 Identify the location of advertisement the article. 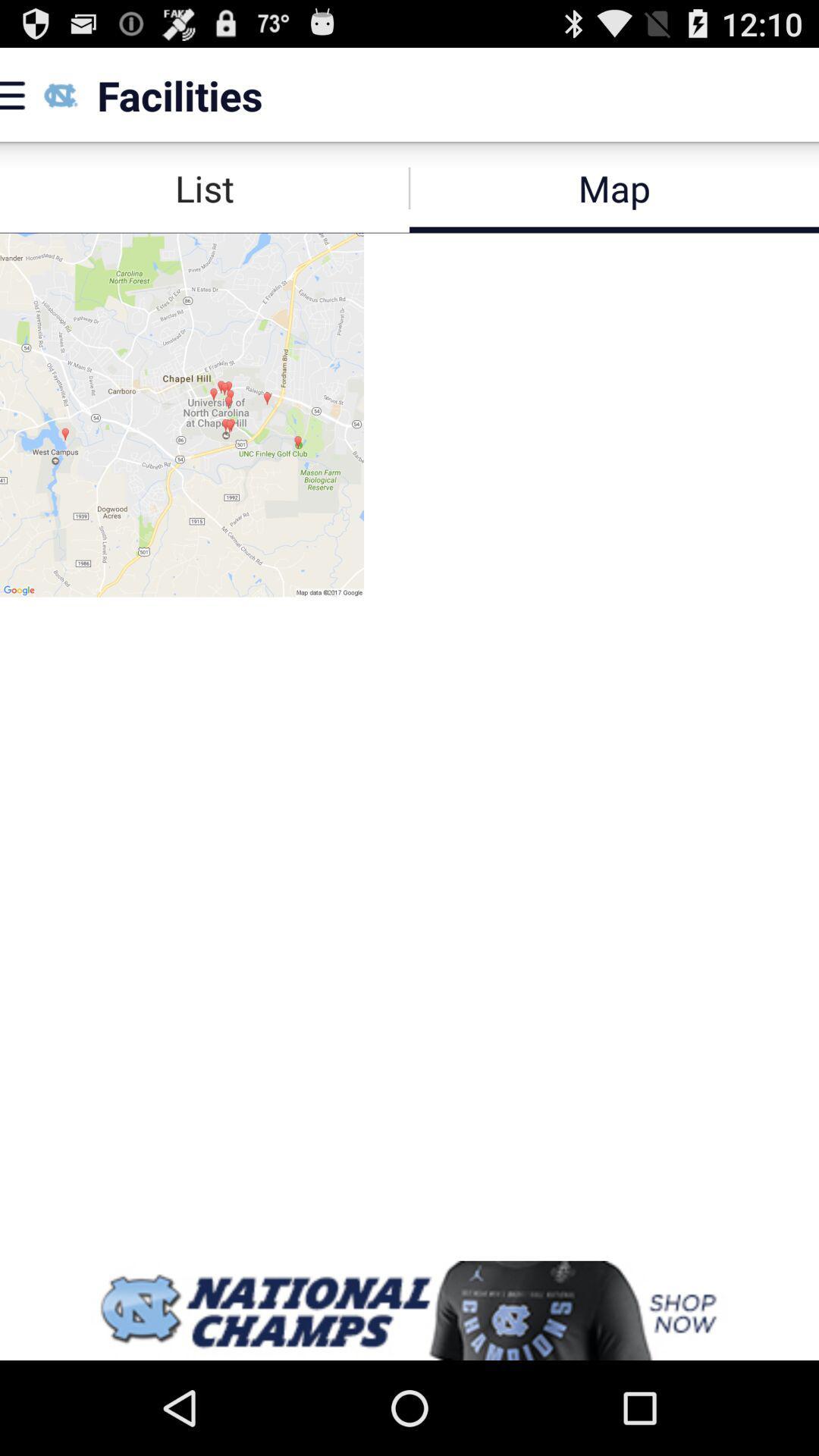
(409, 1310).